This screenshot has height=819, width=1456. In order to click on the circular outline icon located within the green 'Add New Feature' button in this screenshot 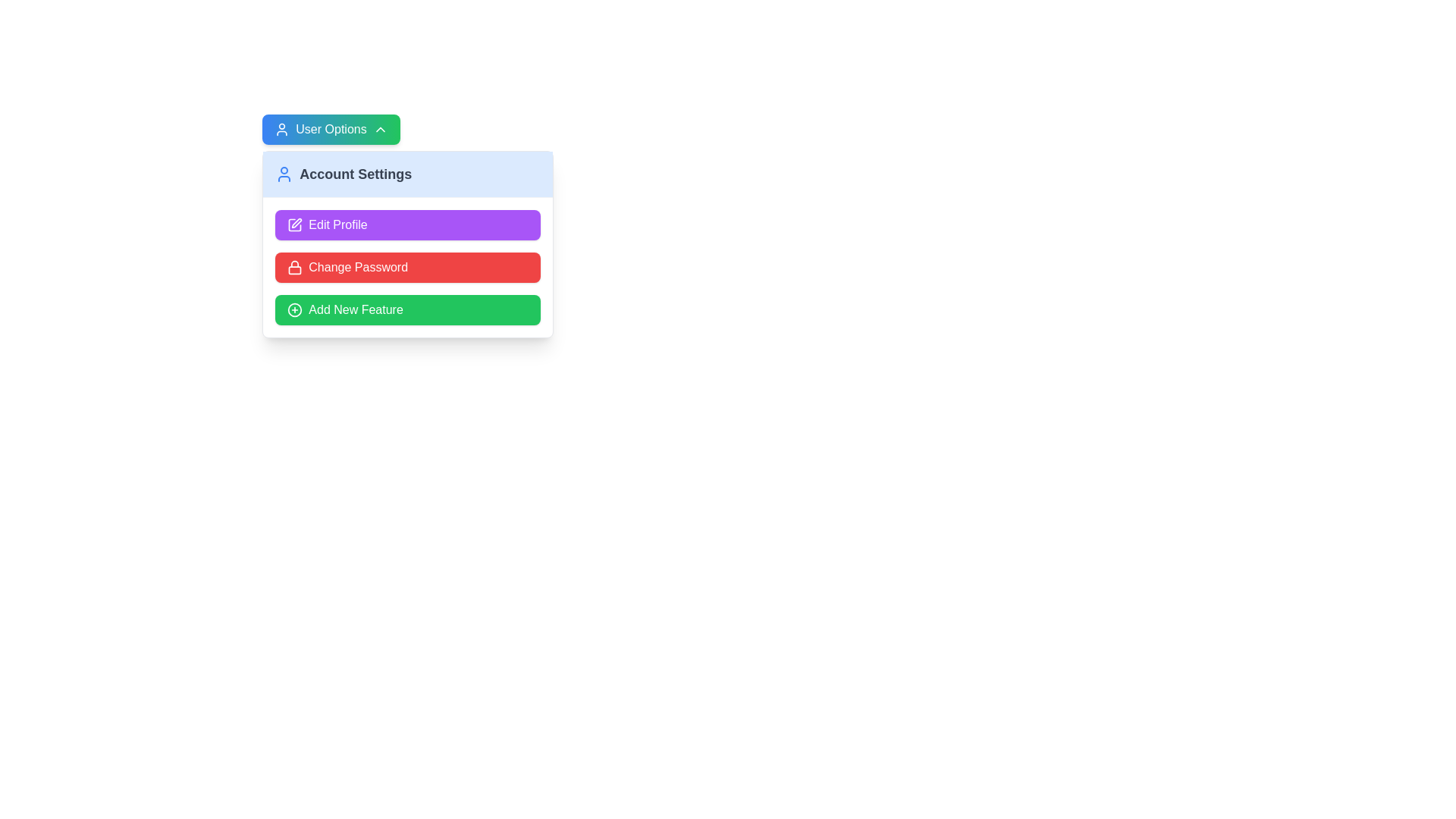, I will do `click(295, 309)`.